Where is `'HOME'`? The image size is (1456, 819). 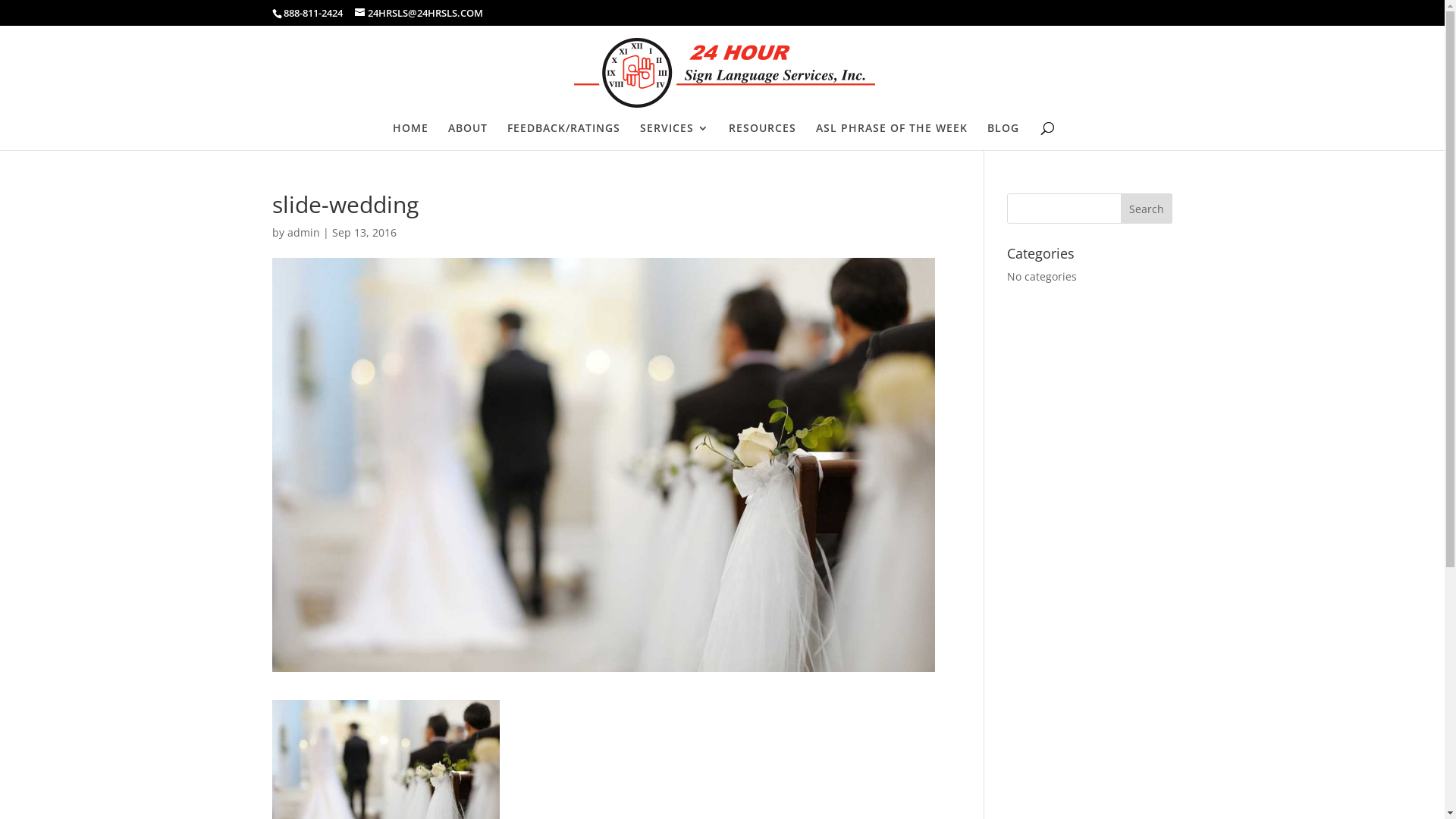 'HOME' is located at coordinates (393, 136).